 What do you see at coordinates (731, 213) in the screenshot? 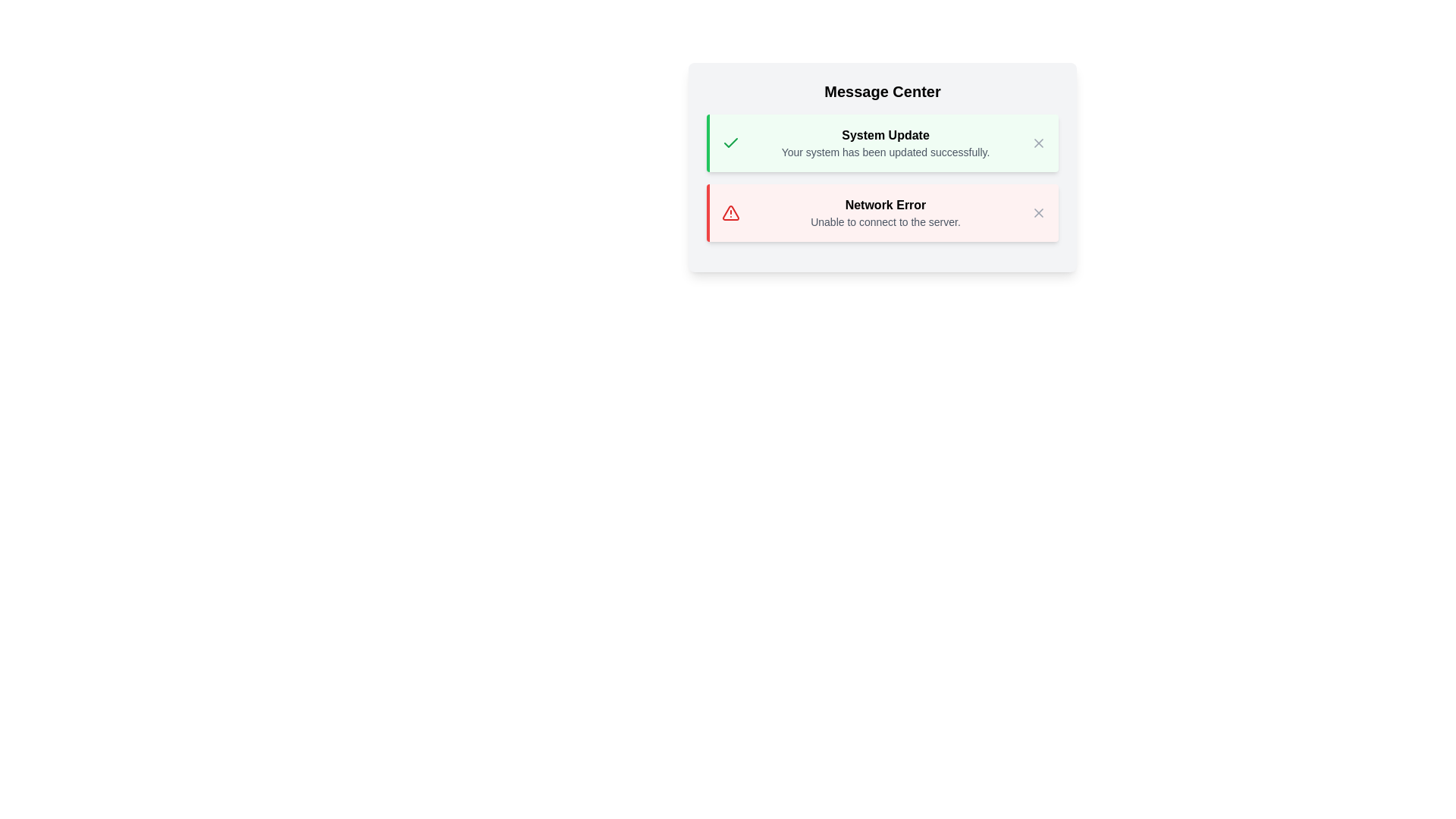
I see `the visual indicator icon next to the 'Network Error' message` at bounding box center [731, 213].